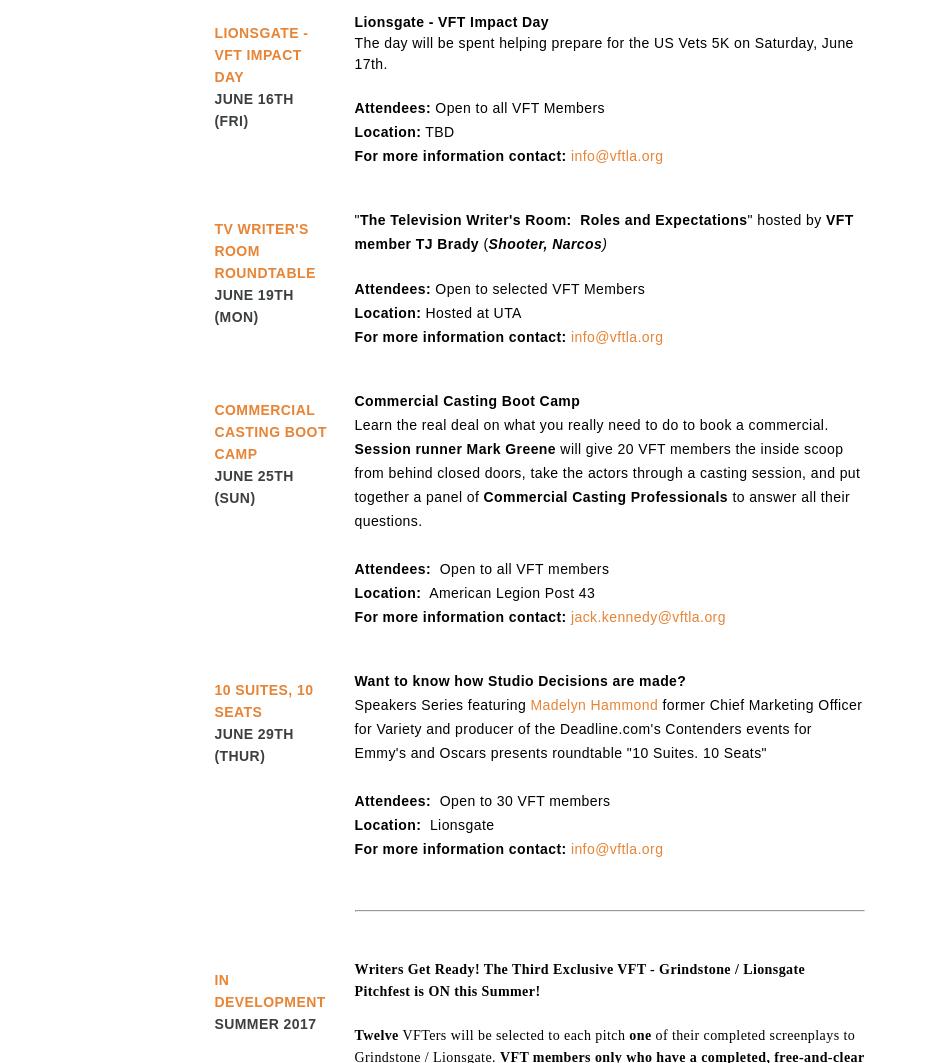 This screenshot has height=1063, width=935. I want to click on 'The Television Writer's Room:  Roles and Expectations', so click(551, 220).